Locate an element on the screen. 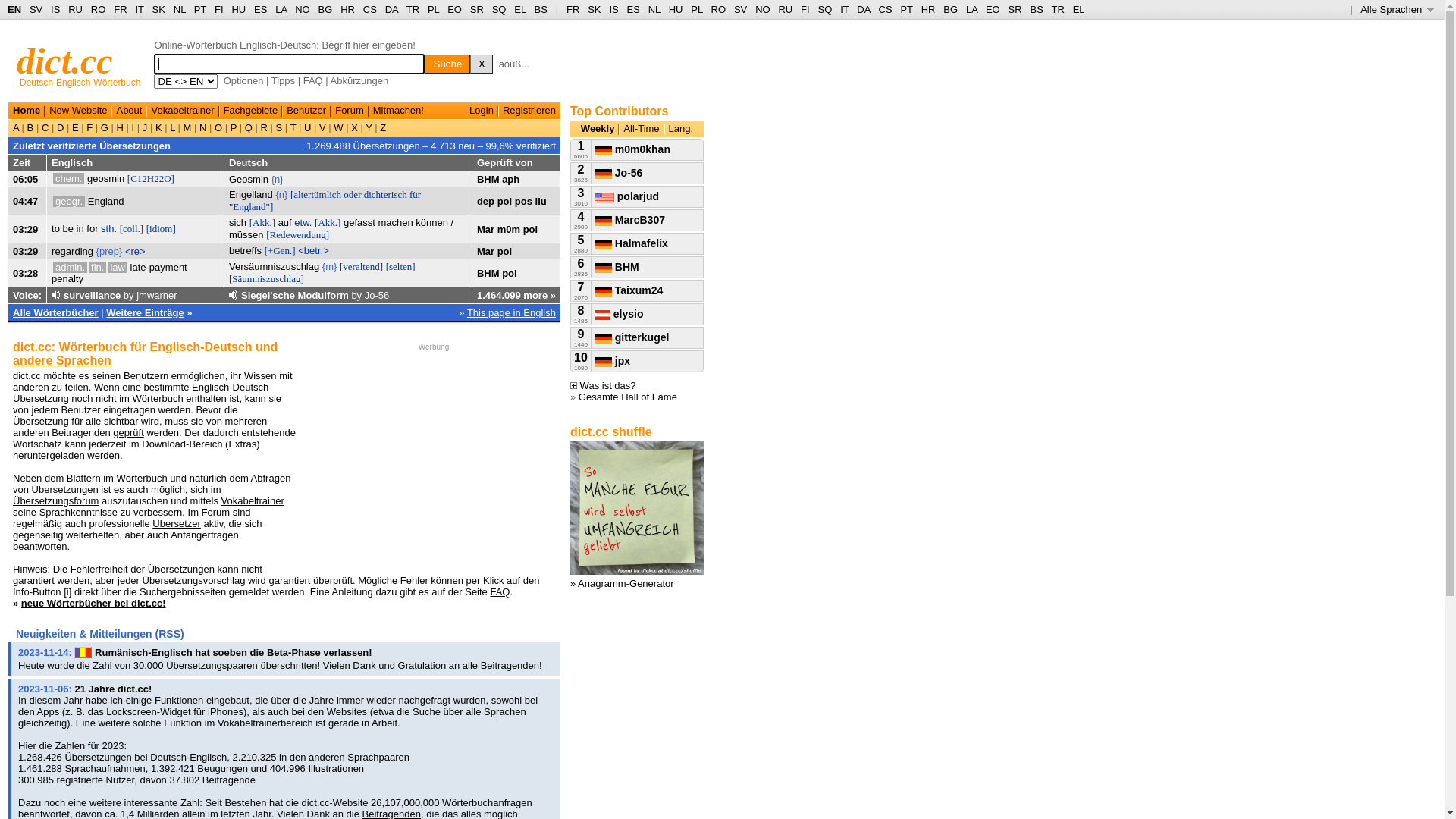 The height and width of the screenshot is (819, 1456). 'W' is located at coordinates (330, 127).